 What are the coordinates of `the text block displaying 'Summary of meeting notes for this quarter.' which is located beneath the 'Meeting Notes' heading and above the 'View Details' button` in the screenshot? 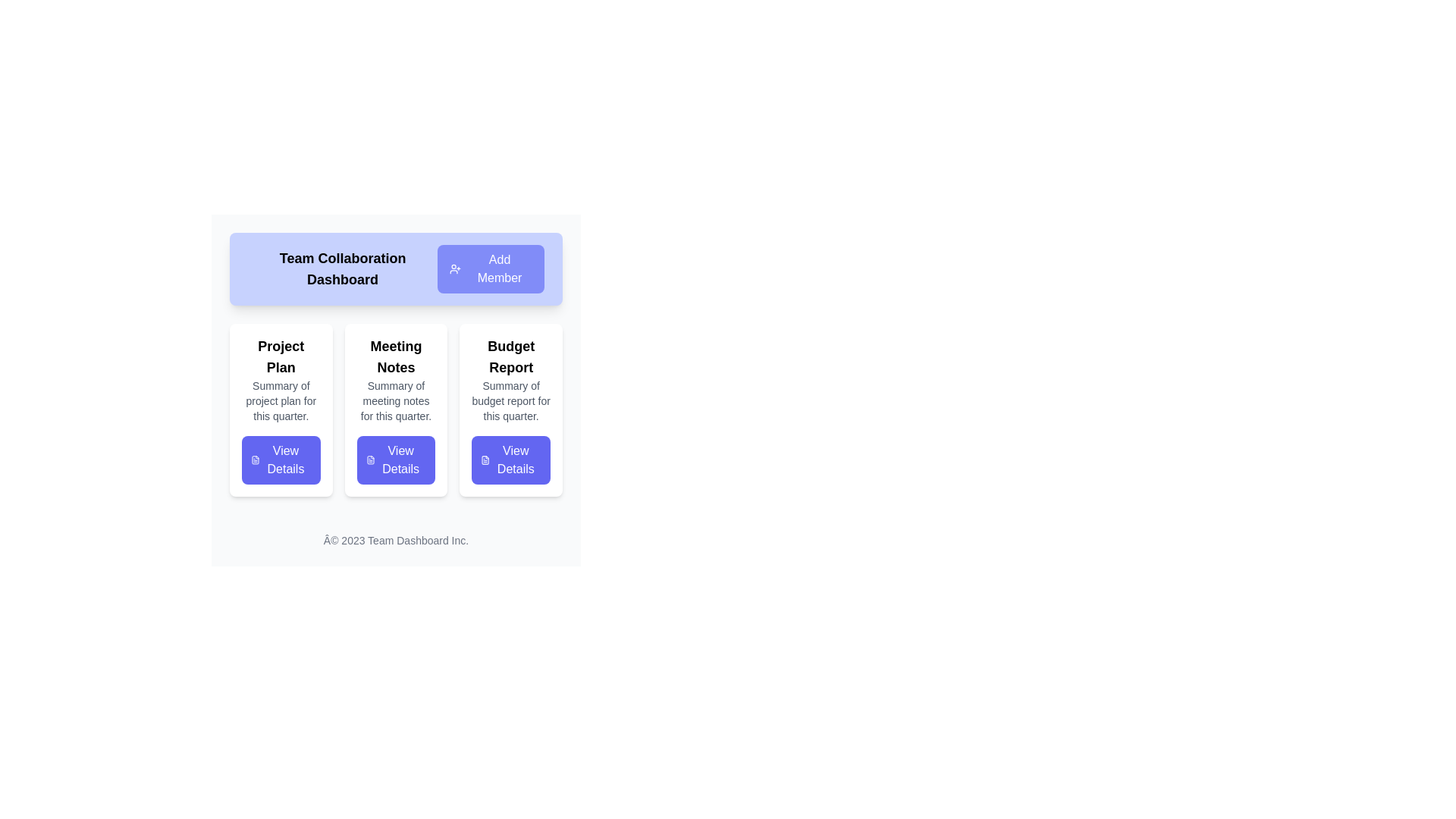 It's located at (396, 400).